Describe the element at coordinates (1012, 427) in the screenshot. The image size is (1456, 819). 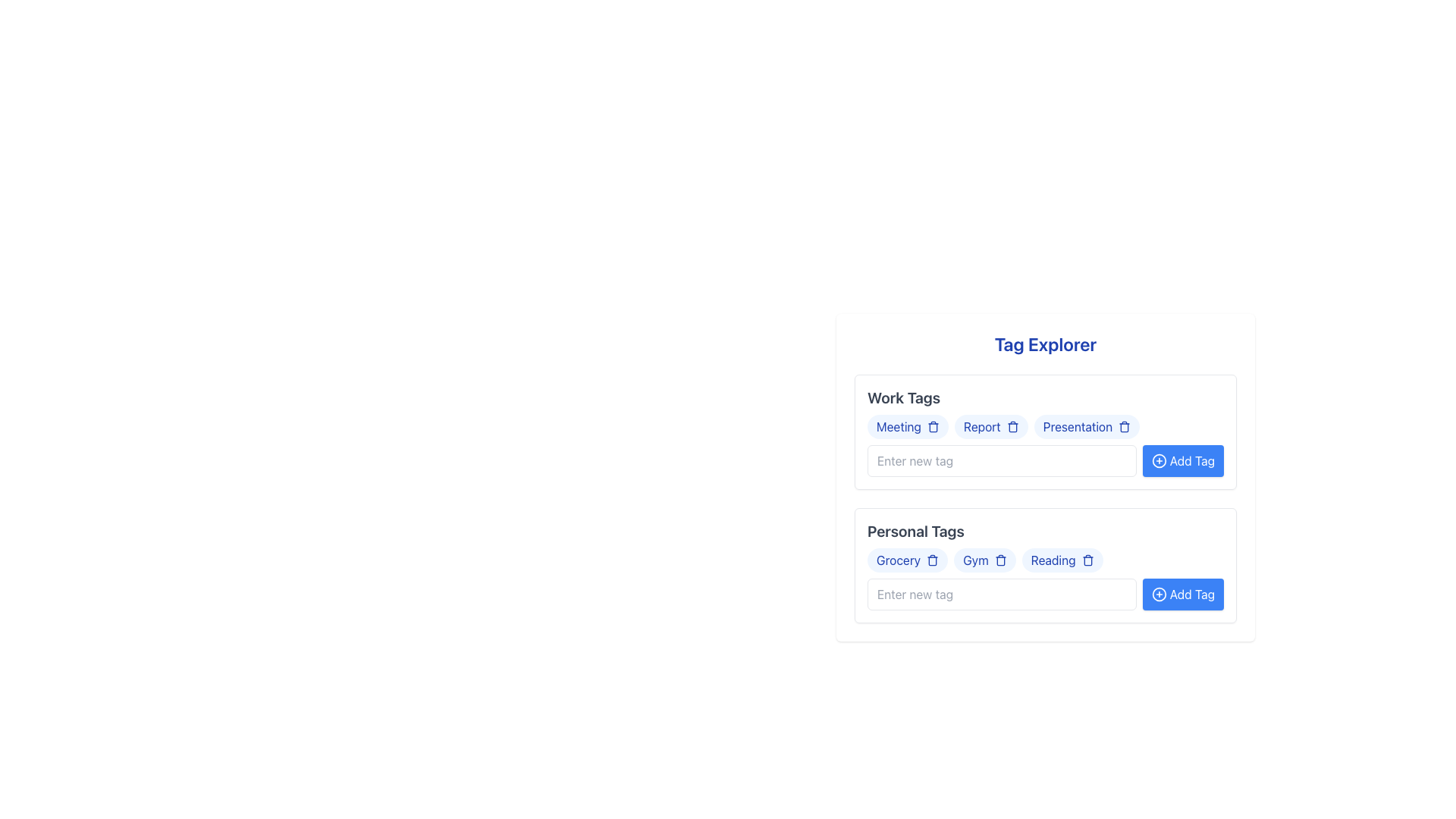
I see `the trash bin icon button located inside the 'Report' tag in the 'Work Tags' section of the 'Tag Explorer' interface to change its color to red` at that location.